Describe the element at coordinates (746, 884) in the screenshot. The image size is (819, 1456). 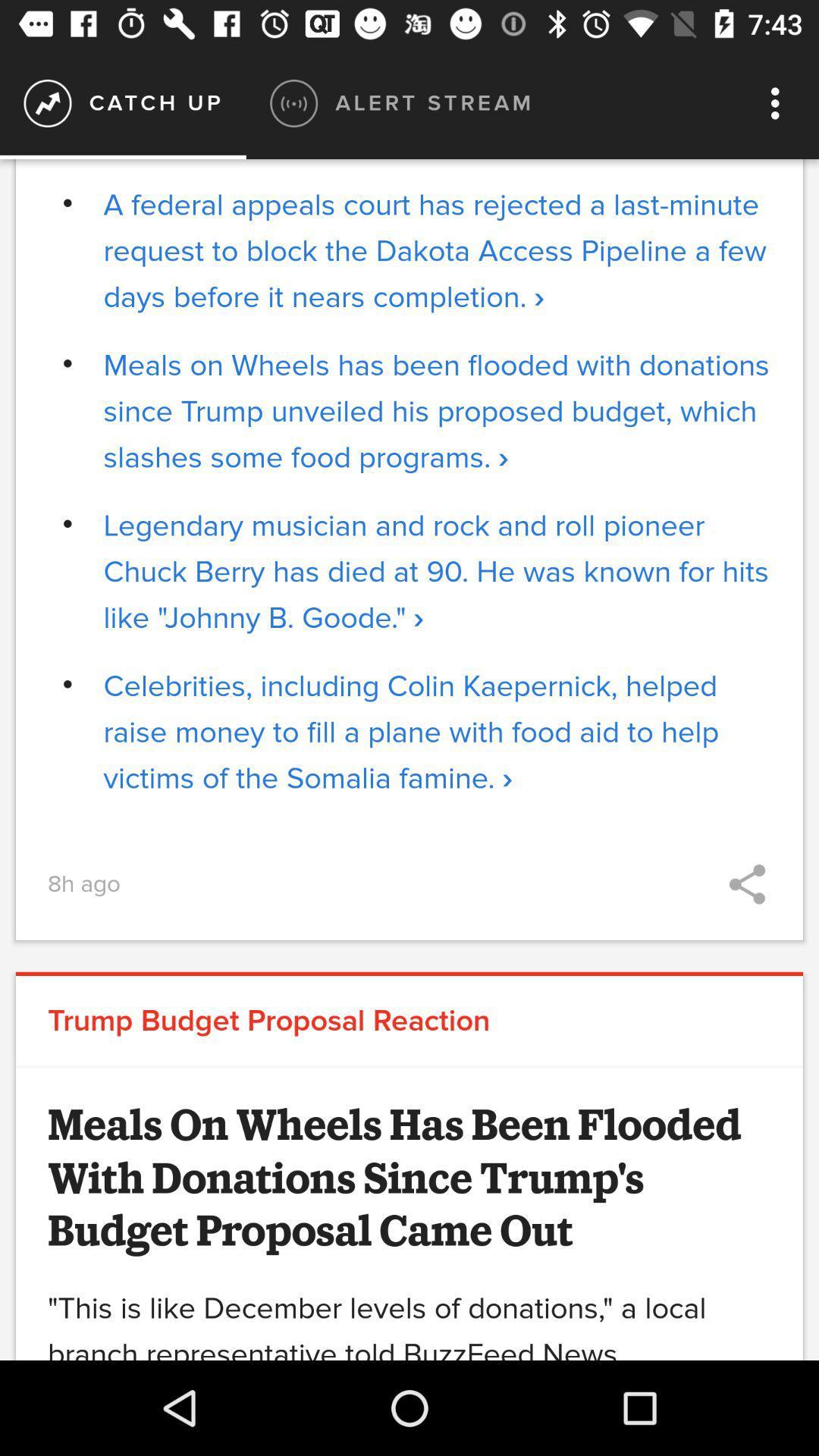
I see `icon next to 8h ago item` at that location.